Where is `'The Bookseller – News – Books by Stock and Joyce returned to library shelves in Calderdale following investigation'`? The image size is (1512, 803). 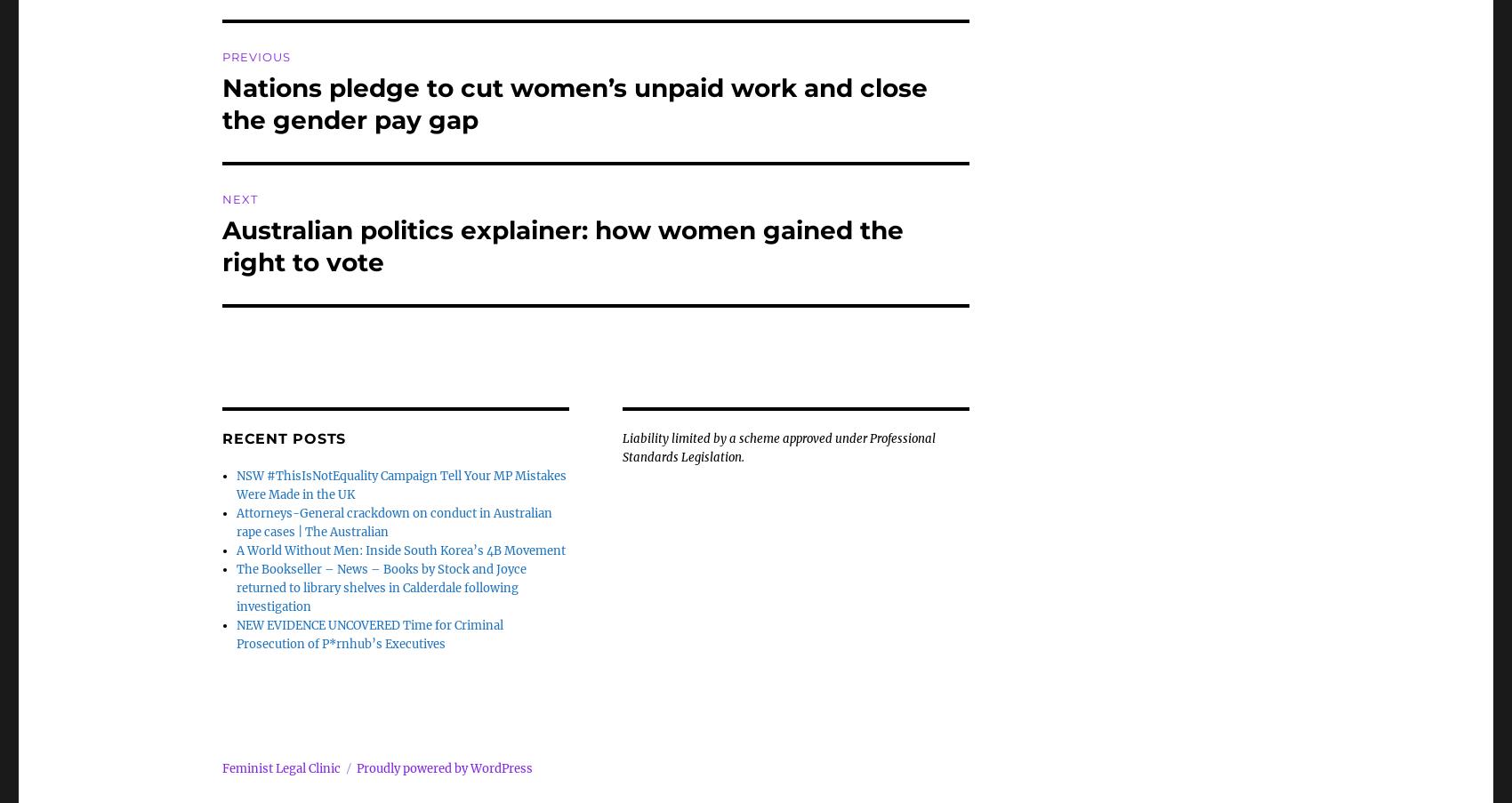 'The Bookseller – News – Books by Stock and Joyce returned to library shelves in Calderdale following investigation' is located at coordinates (382, 587).